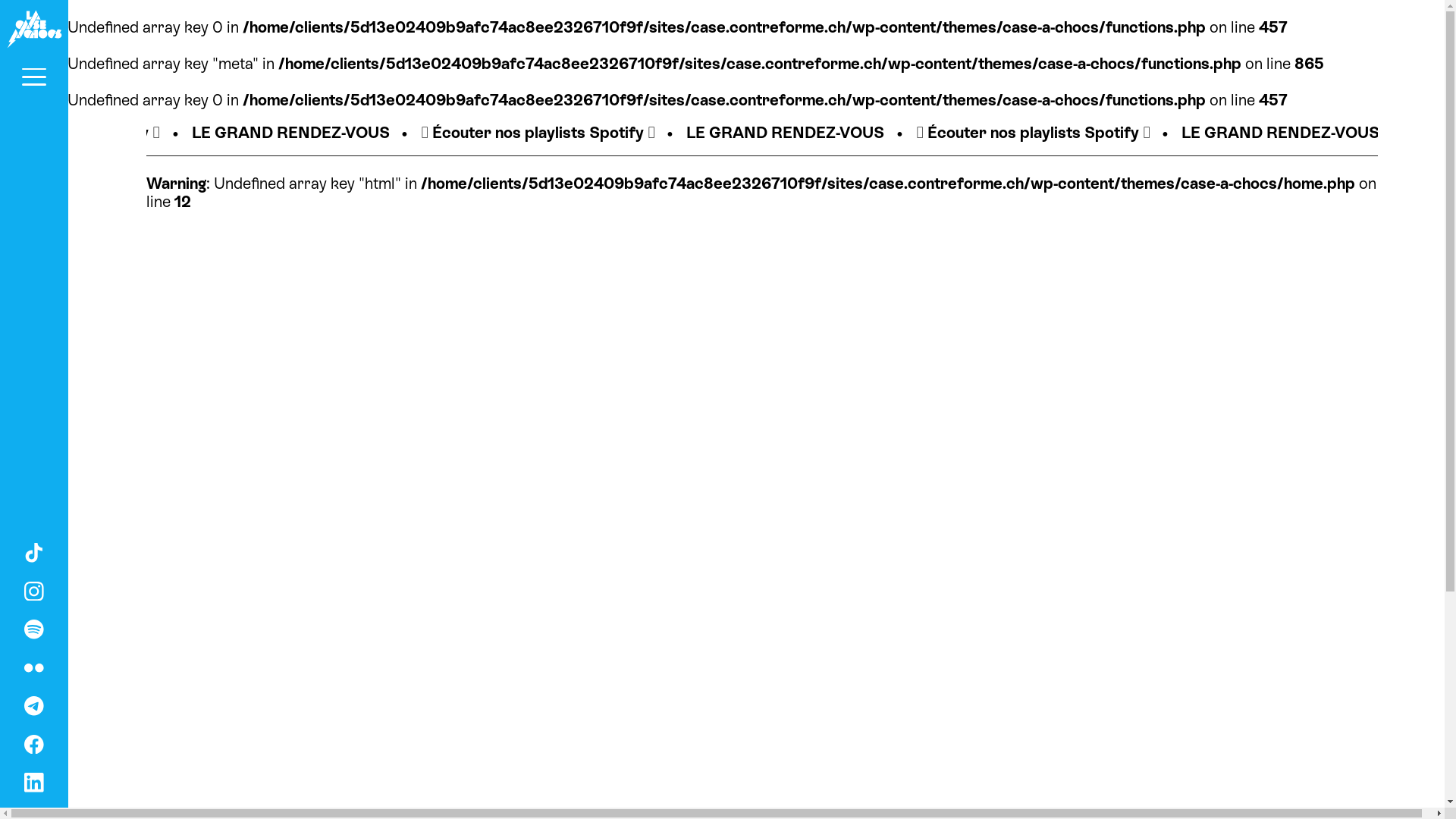  I want to click on 'Flickr', so click(33, 665).